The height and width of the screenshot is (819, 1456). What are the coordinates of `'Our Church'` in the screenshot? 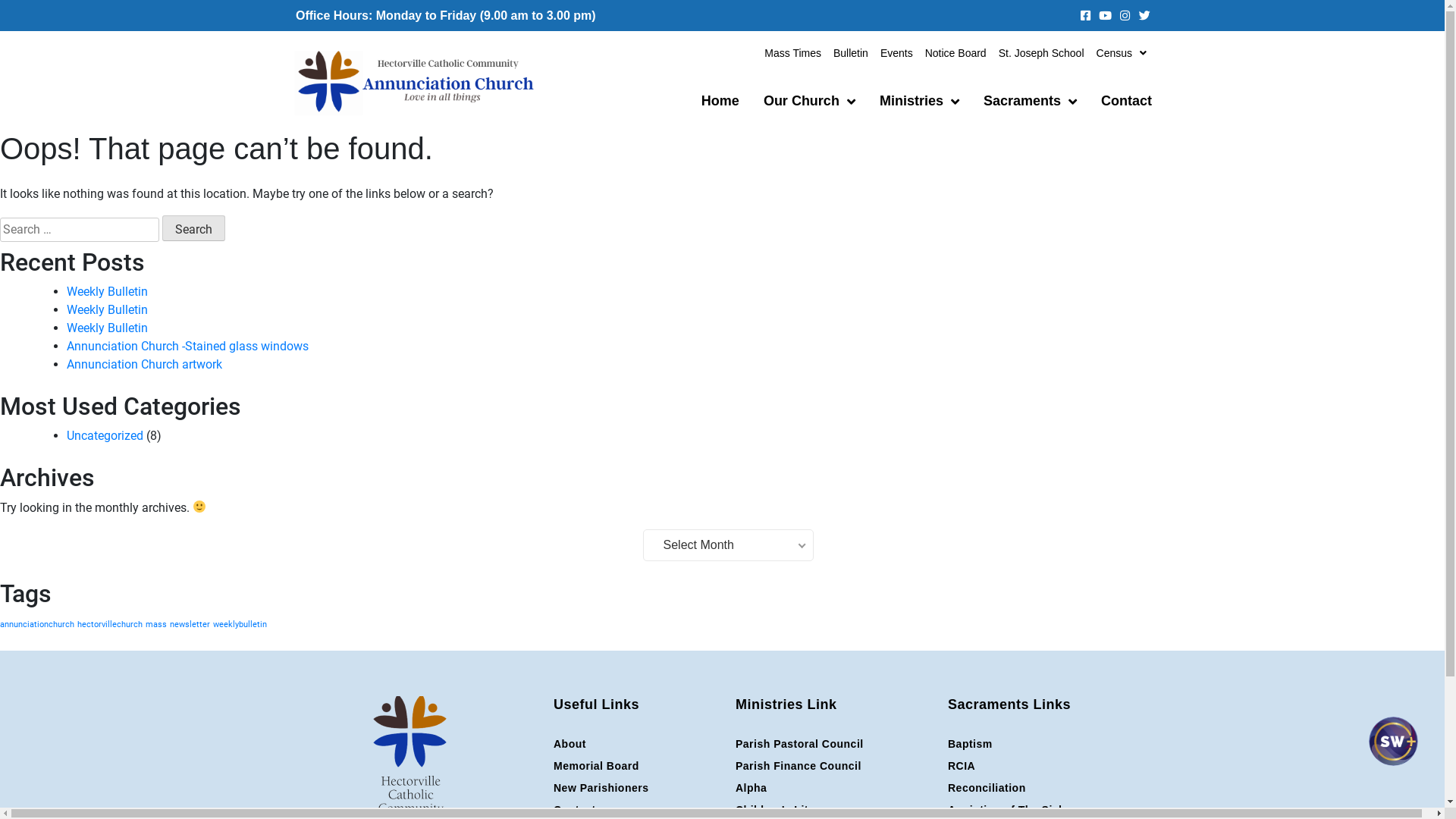 It's located at (808, 101).